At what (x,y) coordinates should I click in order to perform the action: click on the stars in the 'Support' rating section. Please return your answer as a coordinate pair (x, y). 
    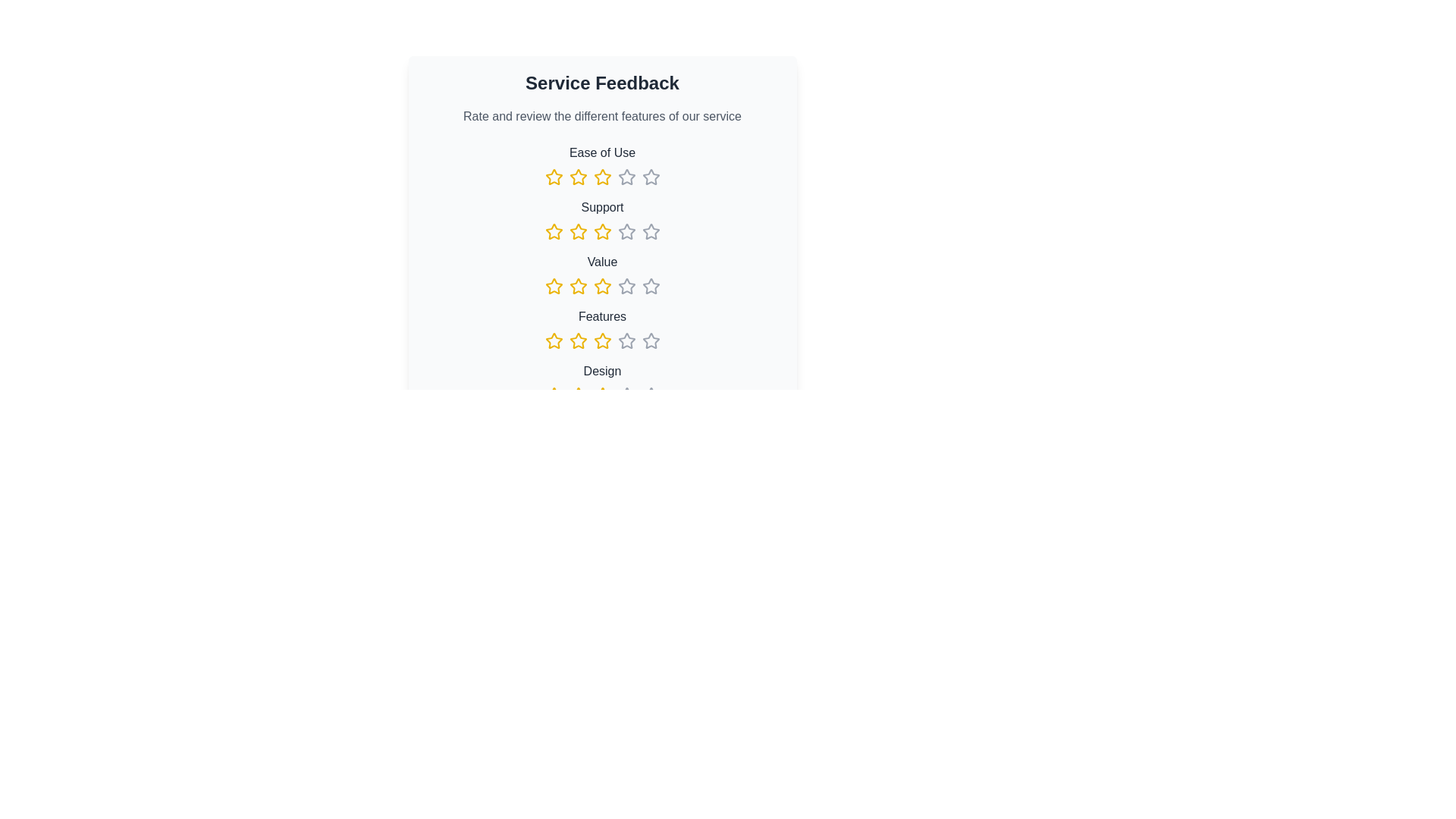
    Looking at the image, I should click on (601, 219).